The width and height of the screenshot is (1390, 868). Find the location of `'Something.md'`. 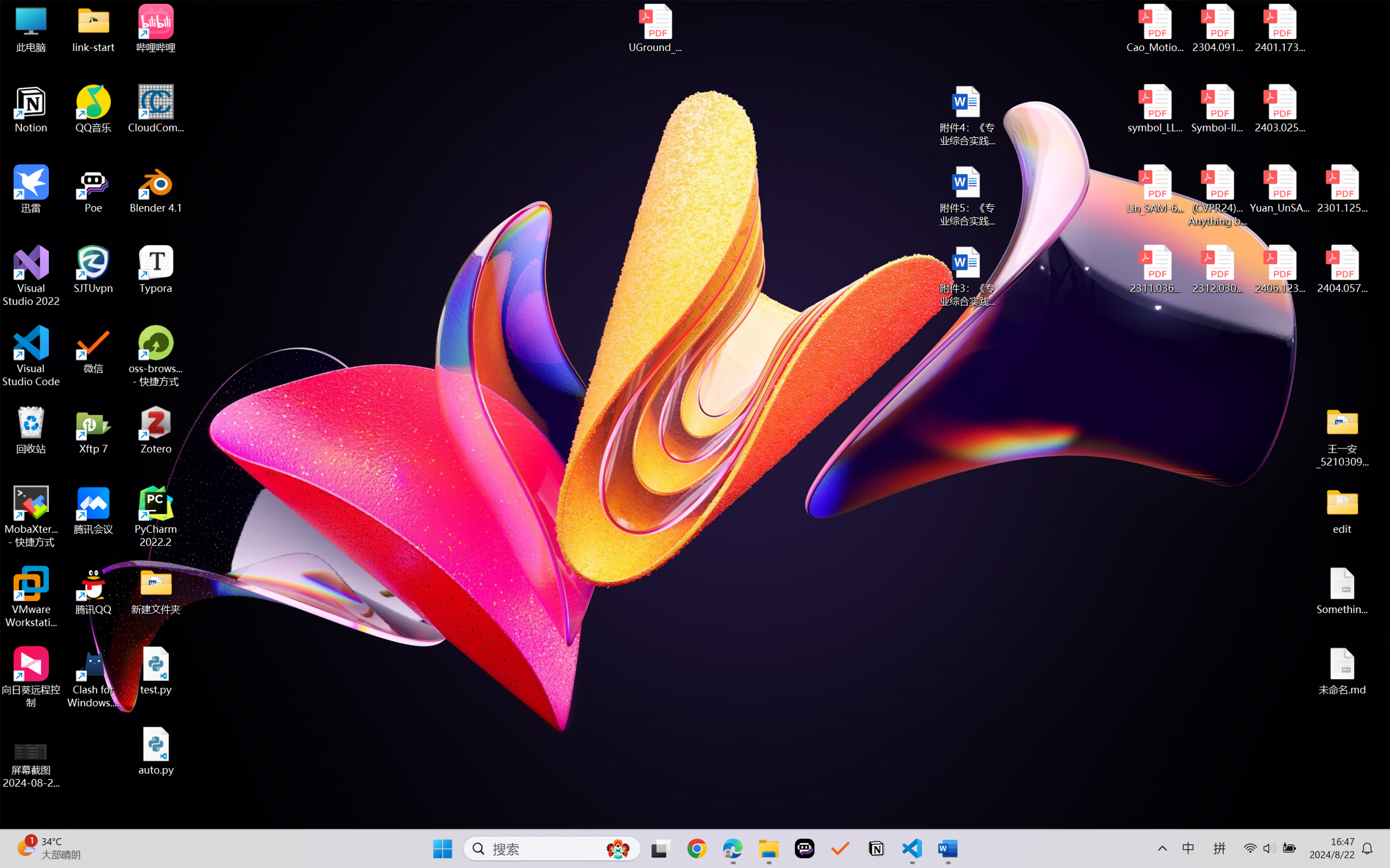

'Something.md' is located at coordinates (1341, 591).